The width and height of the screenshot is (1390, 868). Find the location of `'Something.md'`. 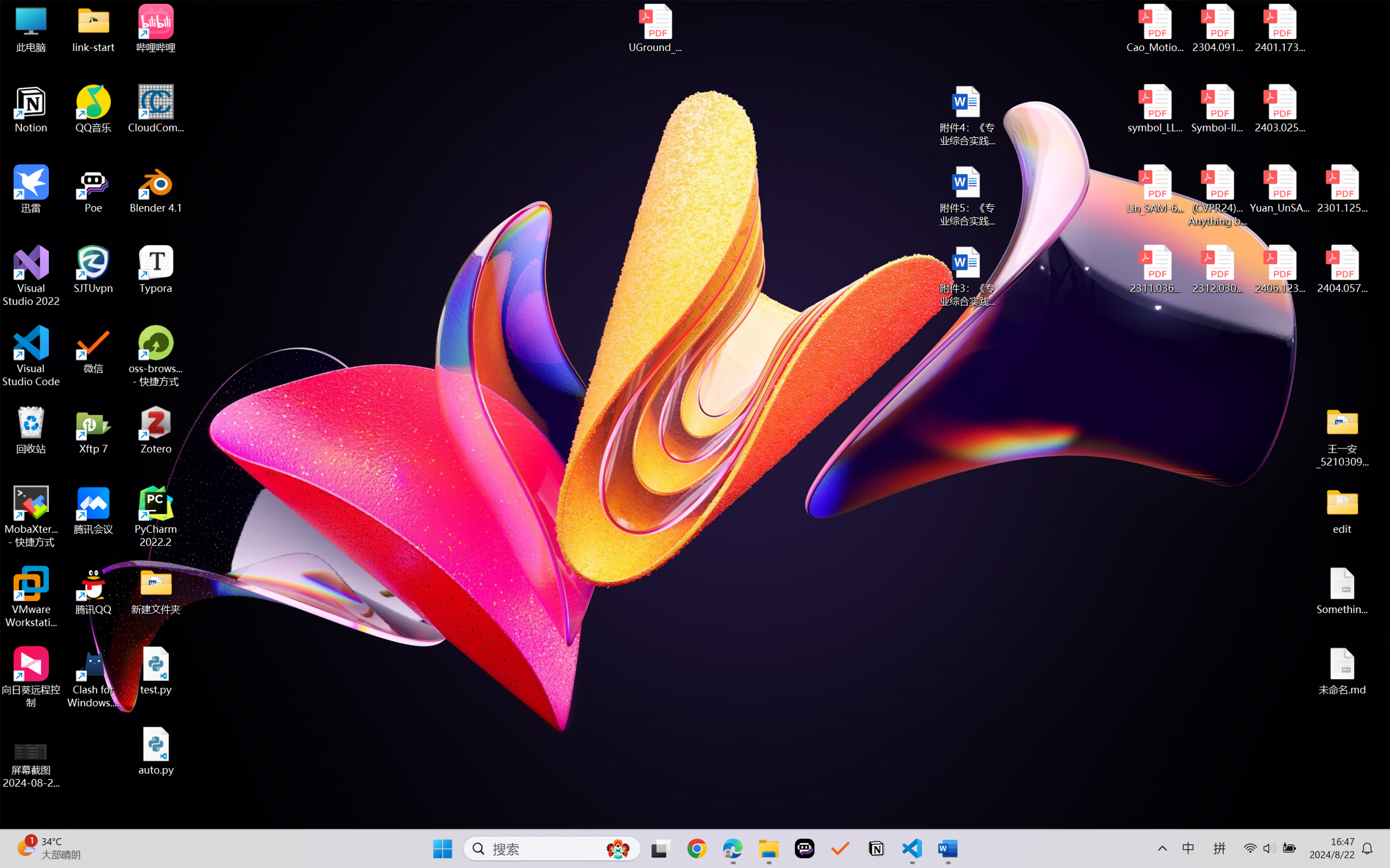

'Something.md' is located at coordinates (1341, 591).